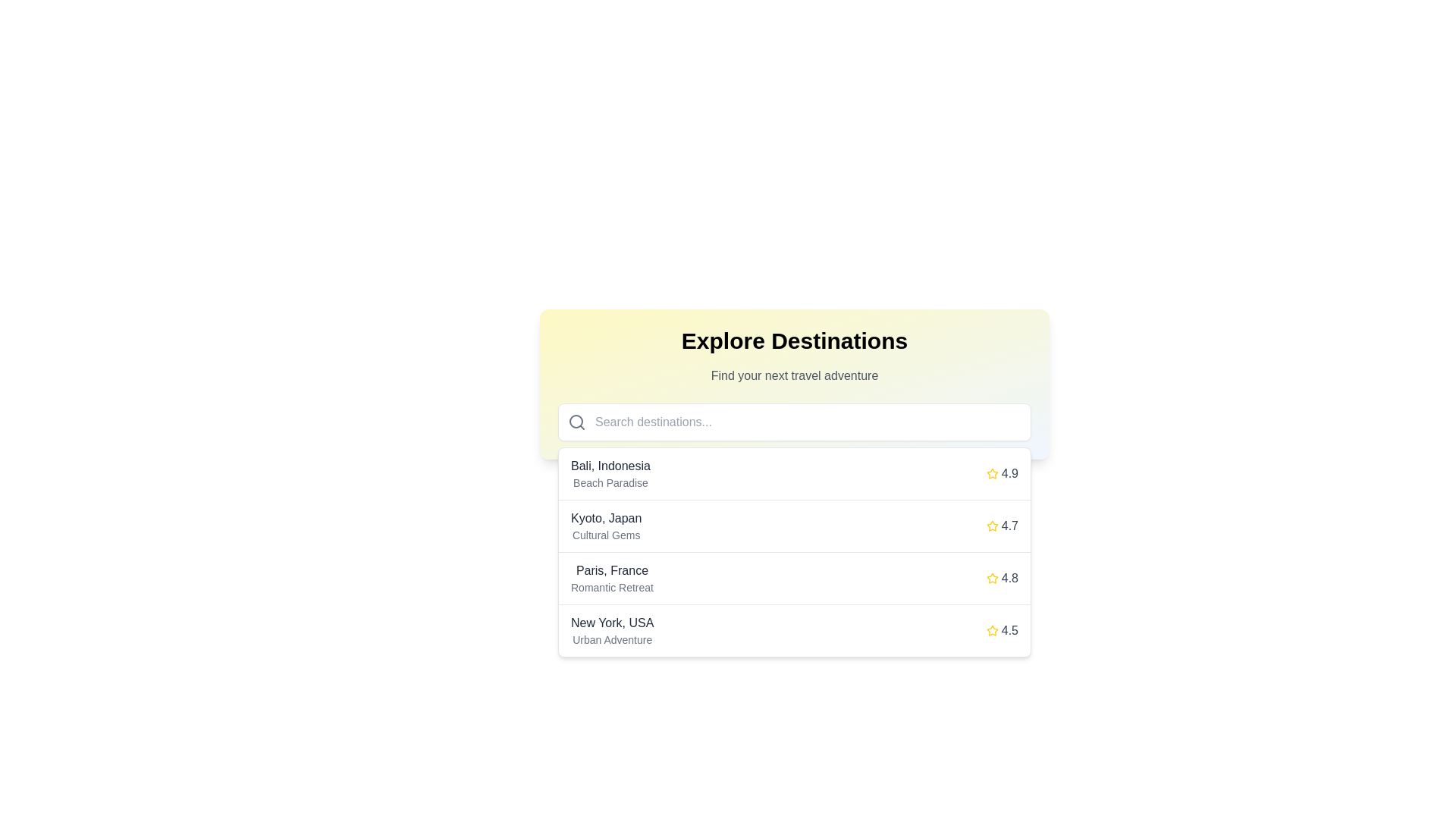 The image size is (1456, 819). Describe the element at coordinates (992, 472) in the screenshot. I see `the star icon representing the rating indicator for 'Bali, Indonesia', which is located to the left of the numeric rating value '4.9'` at that location.